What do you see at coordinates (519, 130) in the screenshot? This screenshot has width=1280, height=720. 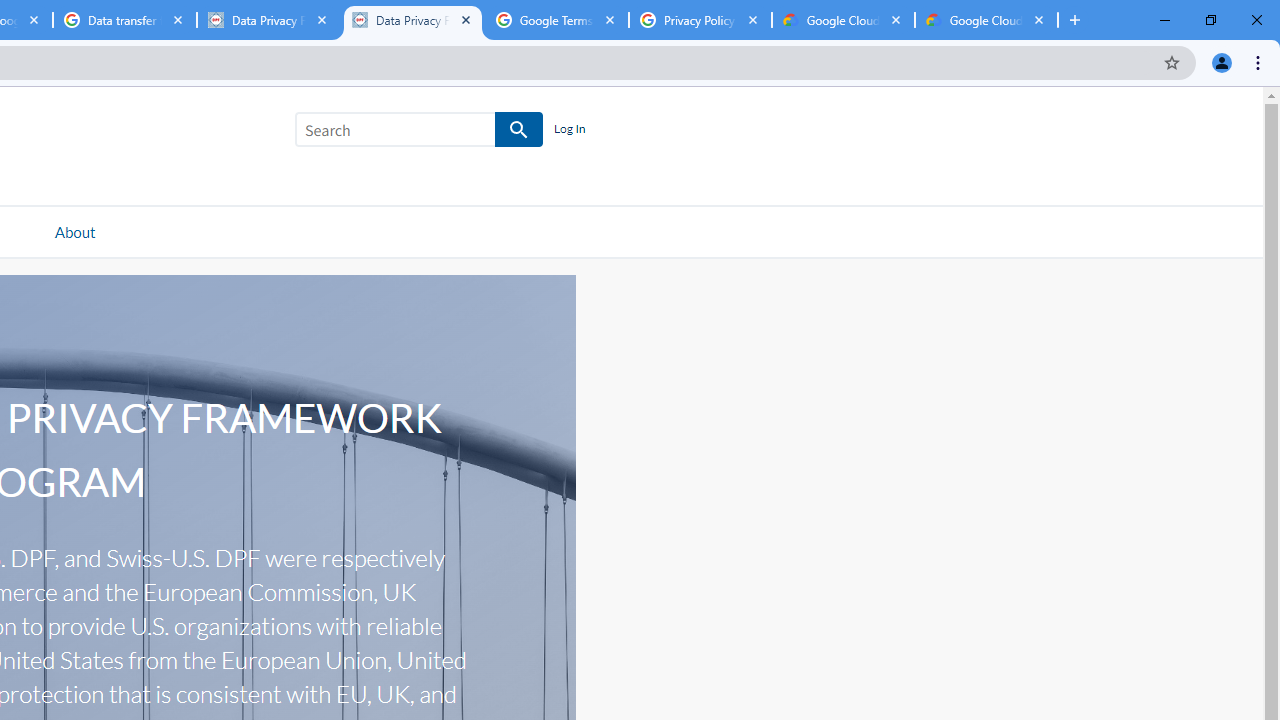 I see `'SEARCH'` at bounding box center [519, 130].